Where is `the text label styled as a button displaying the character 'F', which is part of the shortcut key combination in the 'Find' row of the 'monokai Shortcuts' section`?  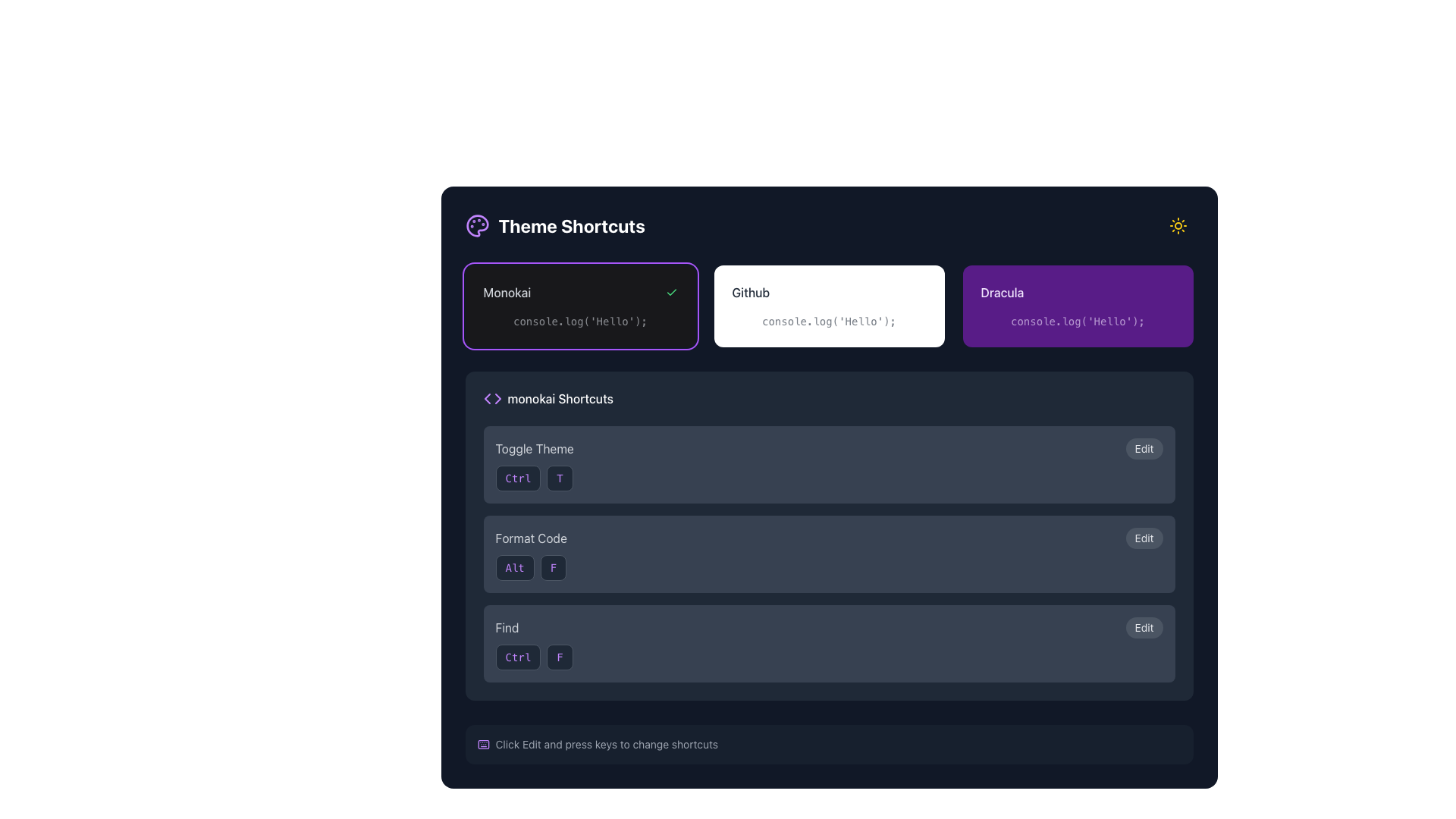 the text label styled as a button displaying the character 'F', which is part of the shortcut key combination in the 'Find' row of the 'monokai Shortcuts' section is located at coordinates (559, 657).